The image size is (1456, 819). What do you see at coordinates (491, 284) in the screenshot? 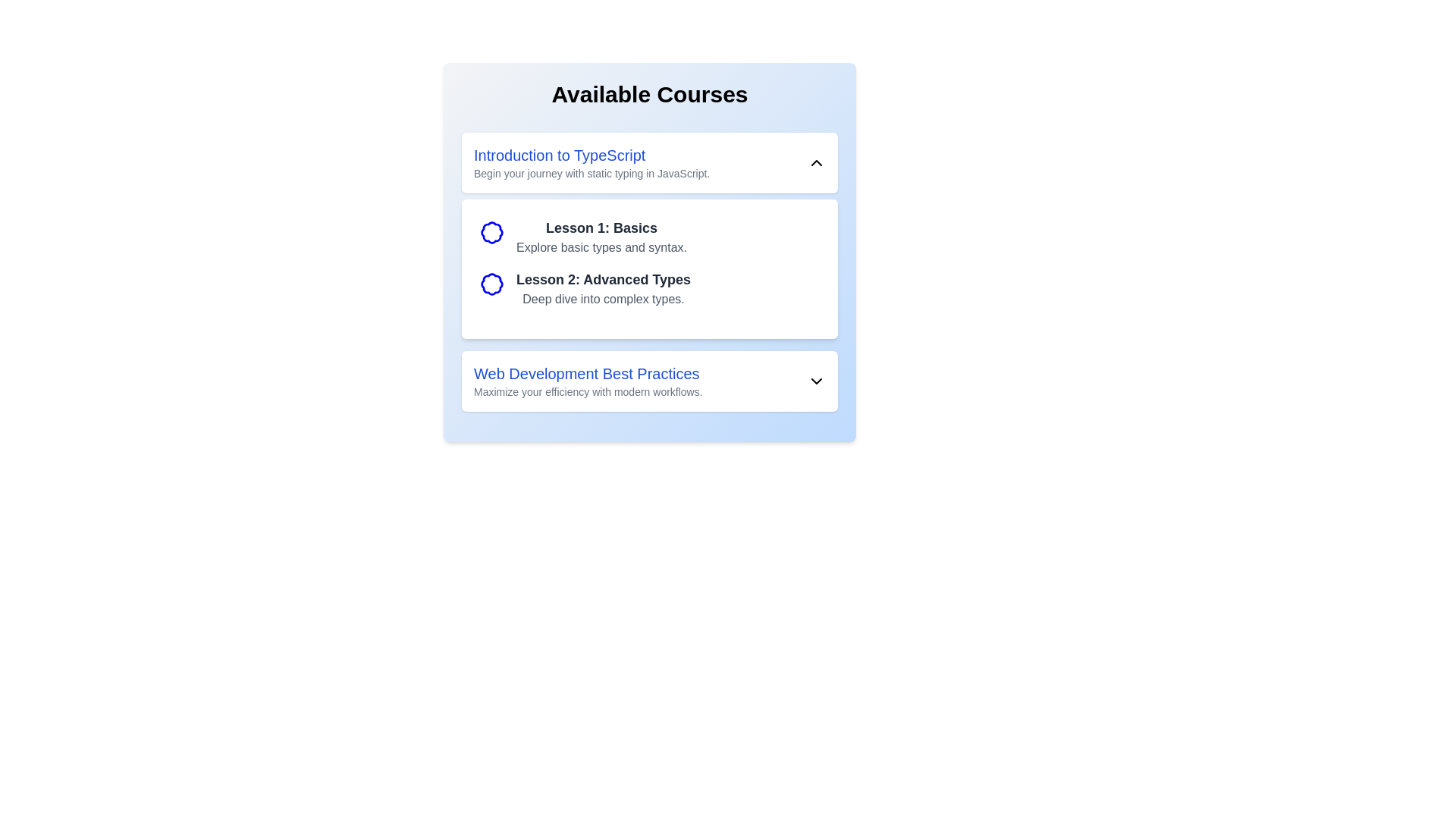
I see `the circular badge icon associated with the course 'Lesson 2: Advanced Types' located to the left of the course title in the second course card` at bounding box center [491, 284].